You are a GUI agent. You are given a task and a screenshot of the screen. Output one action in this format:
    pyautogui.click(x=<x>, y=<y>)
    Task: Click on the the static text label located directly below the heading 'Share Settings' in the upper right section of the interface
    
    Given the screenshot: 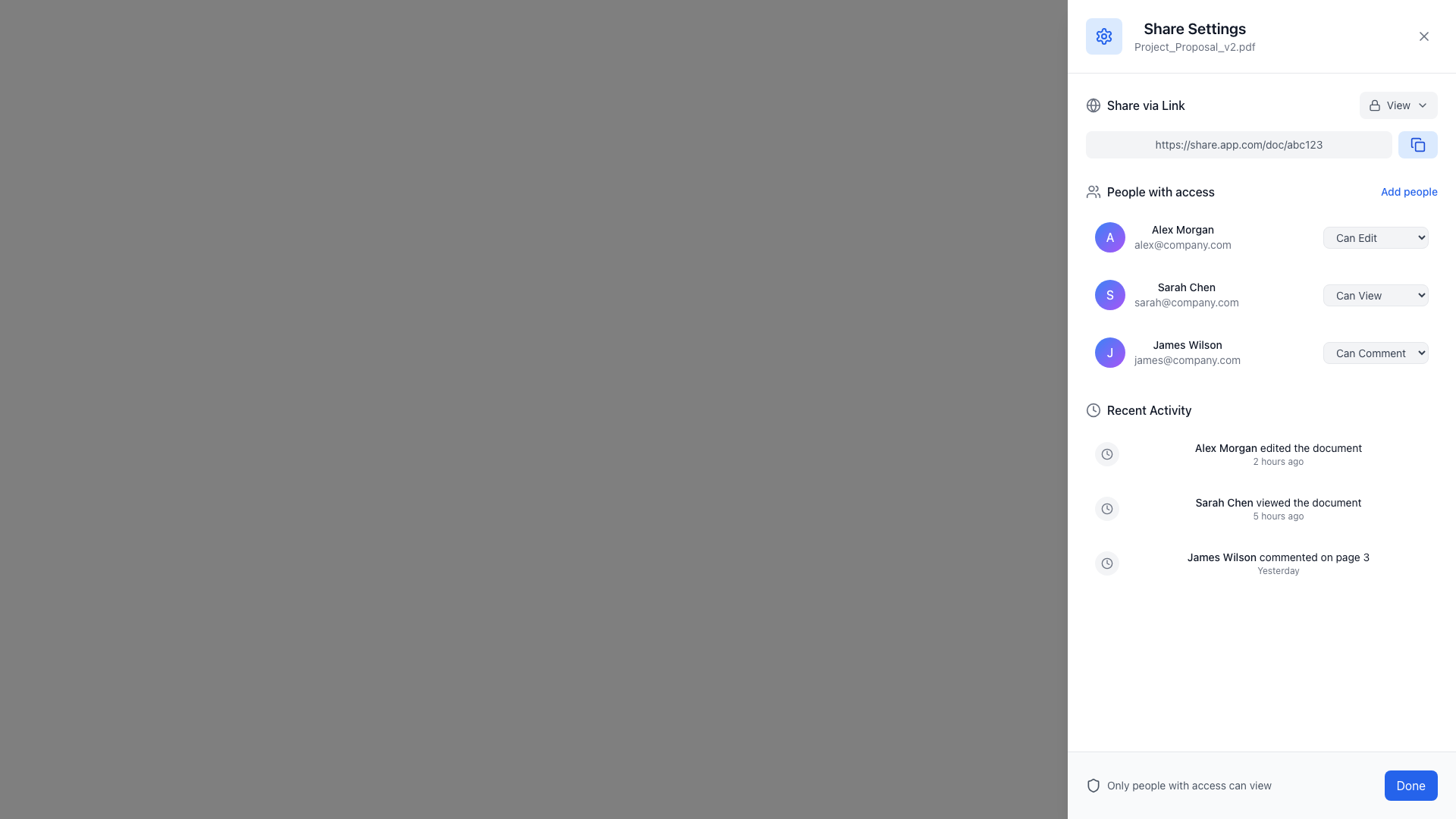 What is the action you would take?
    pyautogui.click(x=1194, y=45)
    